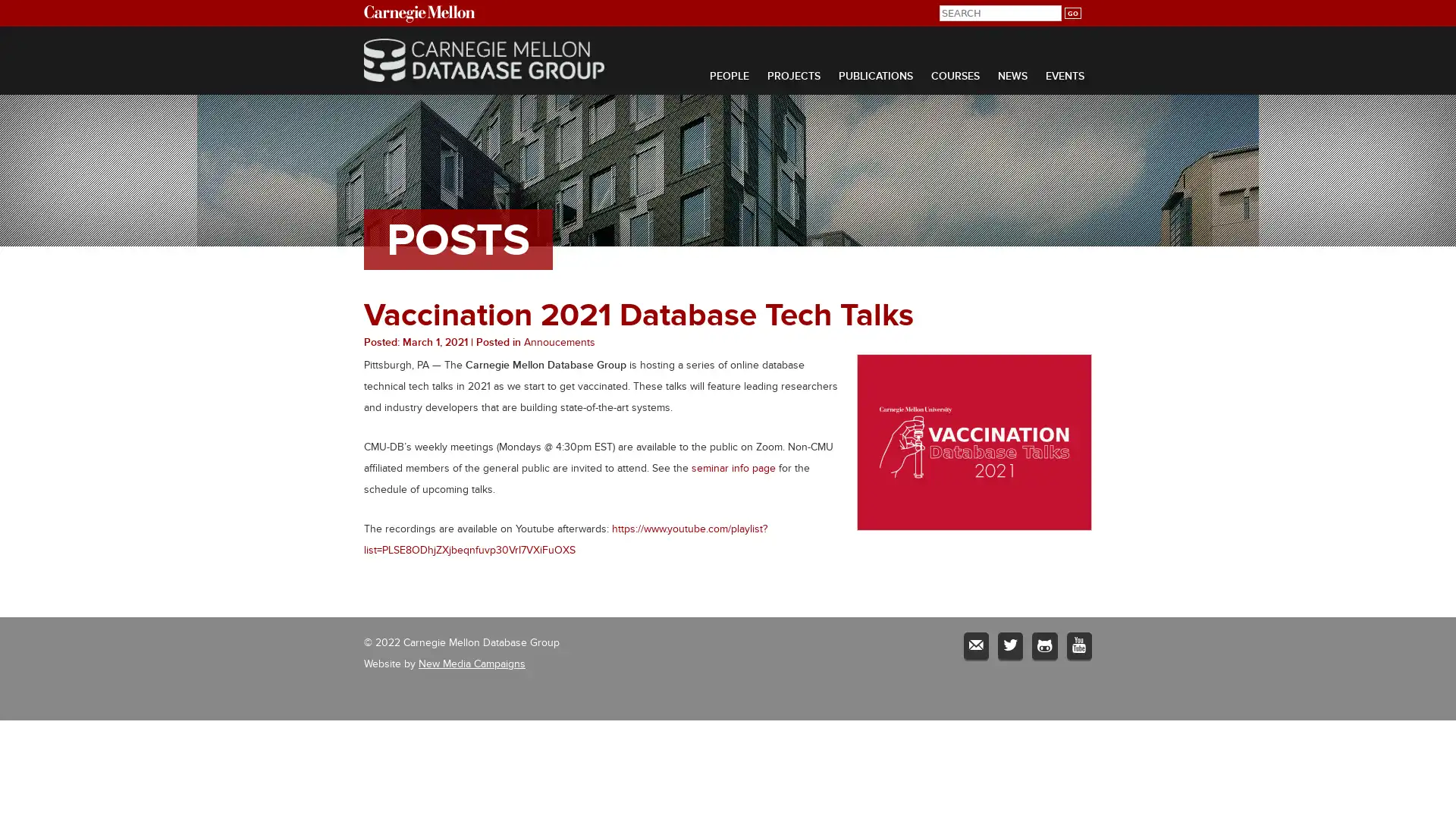  I want to click on Go, so click(1072, 13).